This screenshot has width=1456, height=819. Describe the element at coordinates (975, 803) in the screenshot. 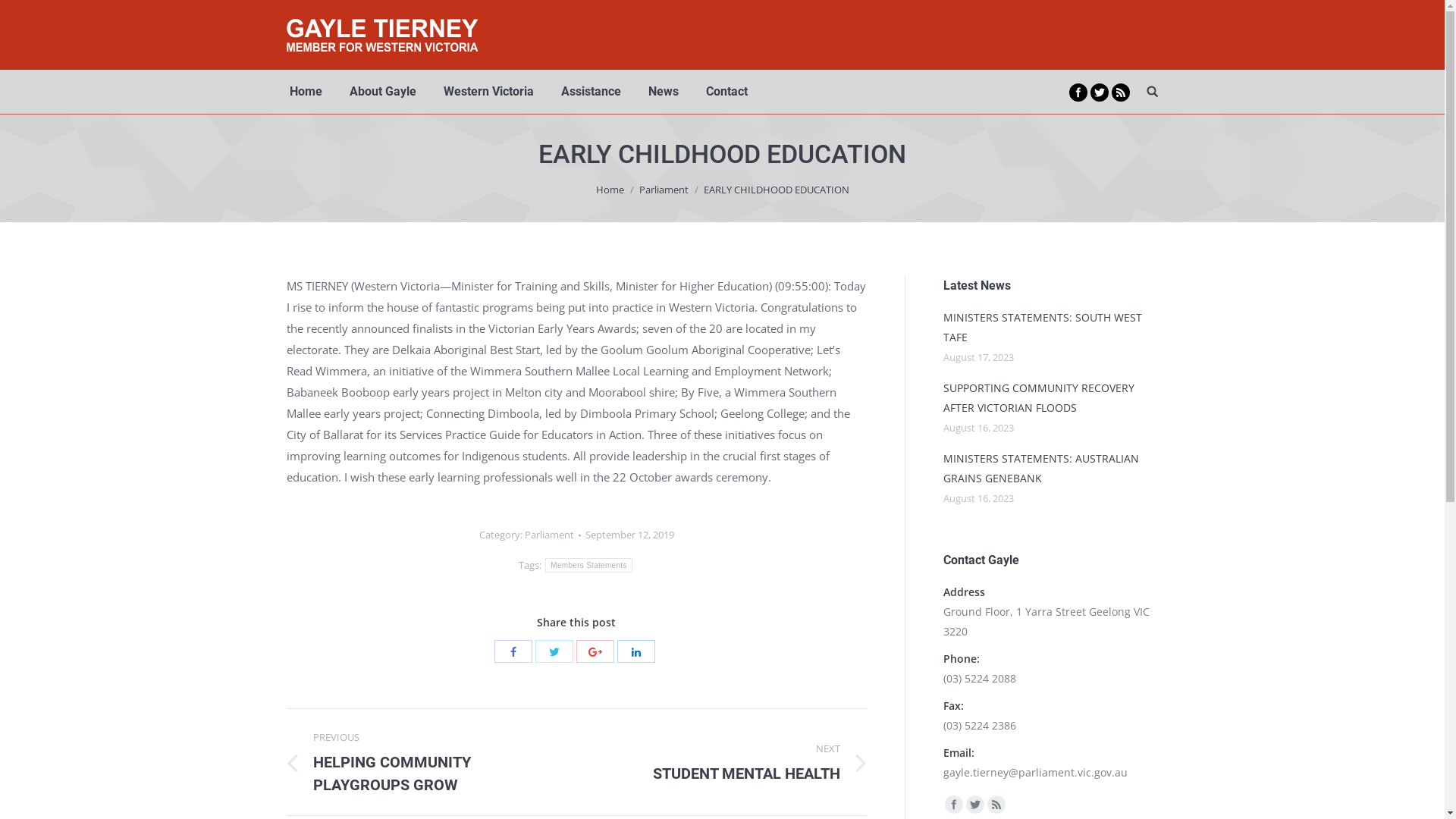

I see `'Twitter'` at that location.